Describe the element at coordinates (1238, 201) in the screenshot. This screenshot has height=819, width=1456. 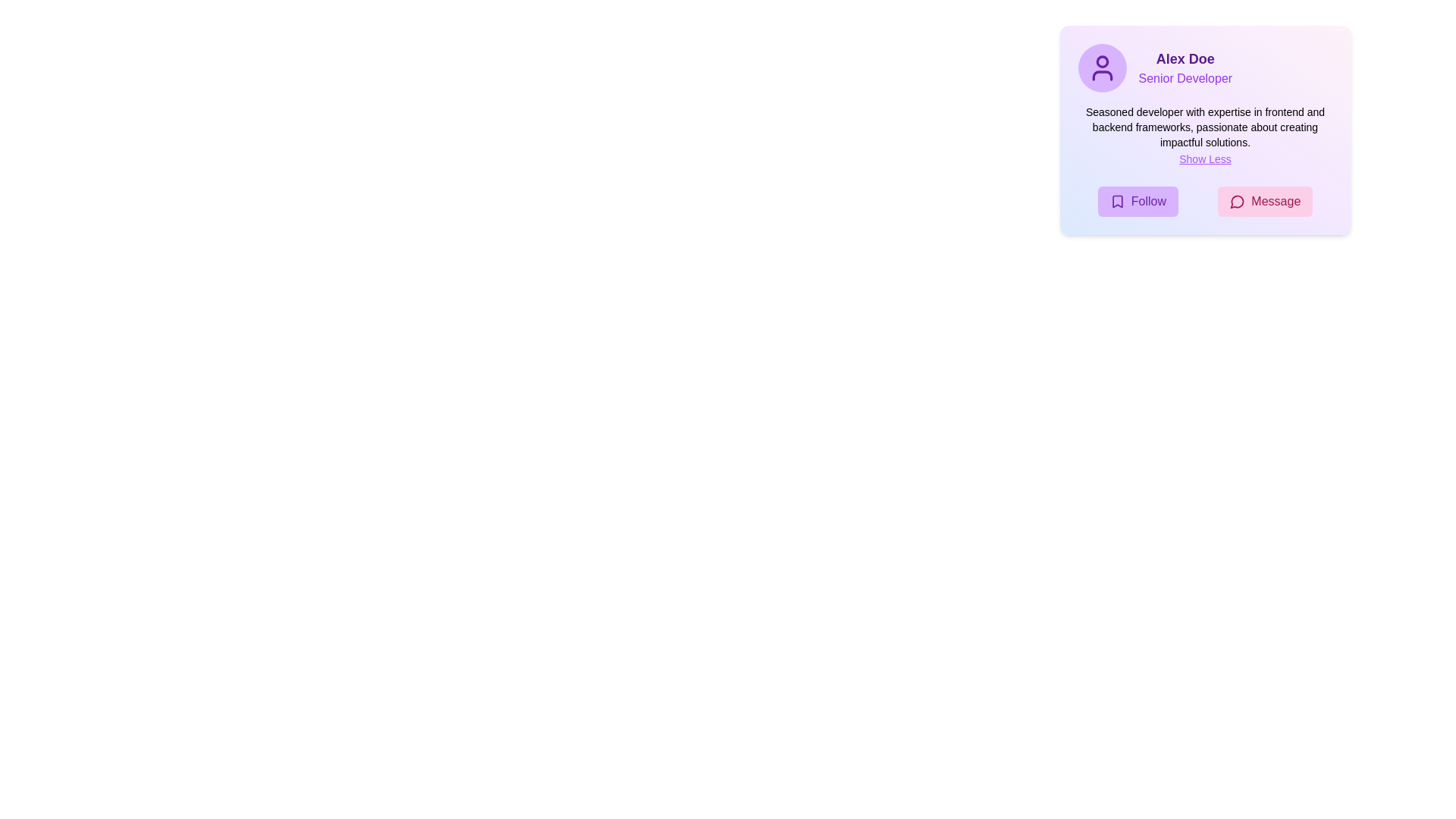
I see `the 'Message' icon located in the top-right section of the layout, which enhances the recognizability of the messaging function` at that location.